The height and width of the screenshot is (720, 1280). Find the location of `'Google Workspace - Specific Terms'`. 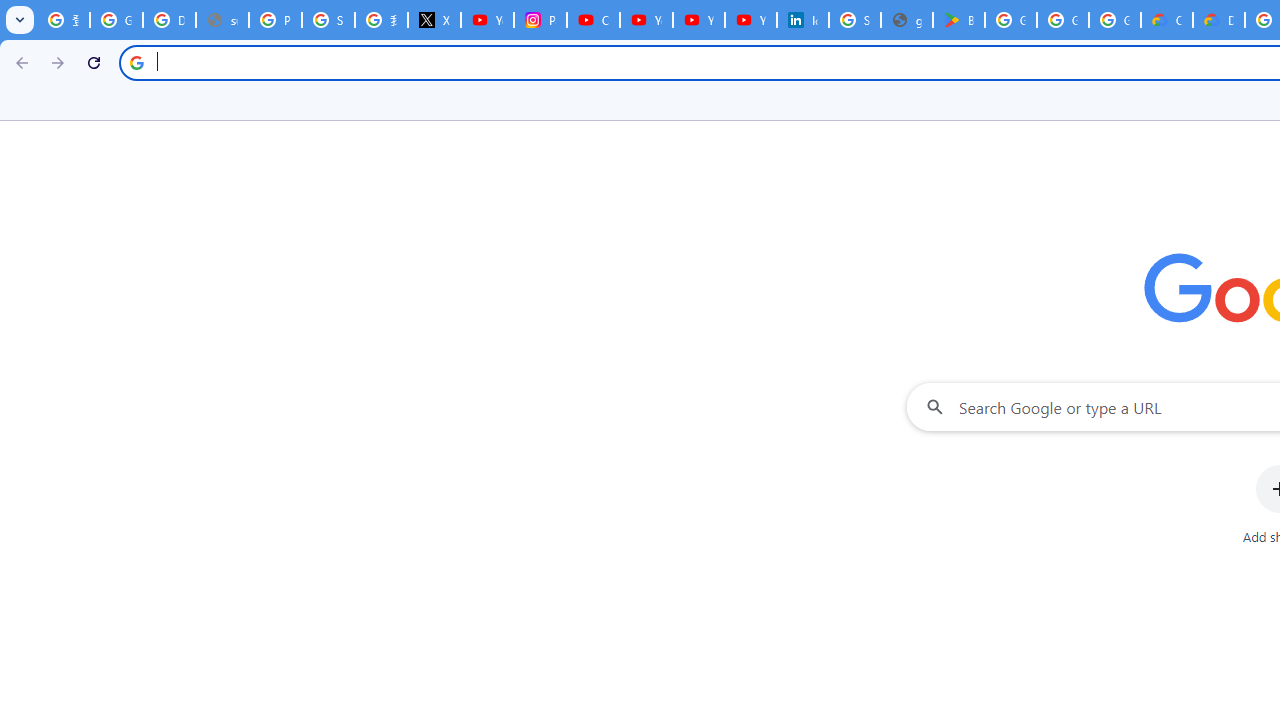

'Google Workspace - Specific Terms' is located at coordinates (1113, 20).